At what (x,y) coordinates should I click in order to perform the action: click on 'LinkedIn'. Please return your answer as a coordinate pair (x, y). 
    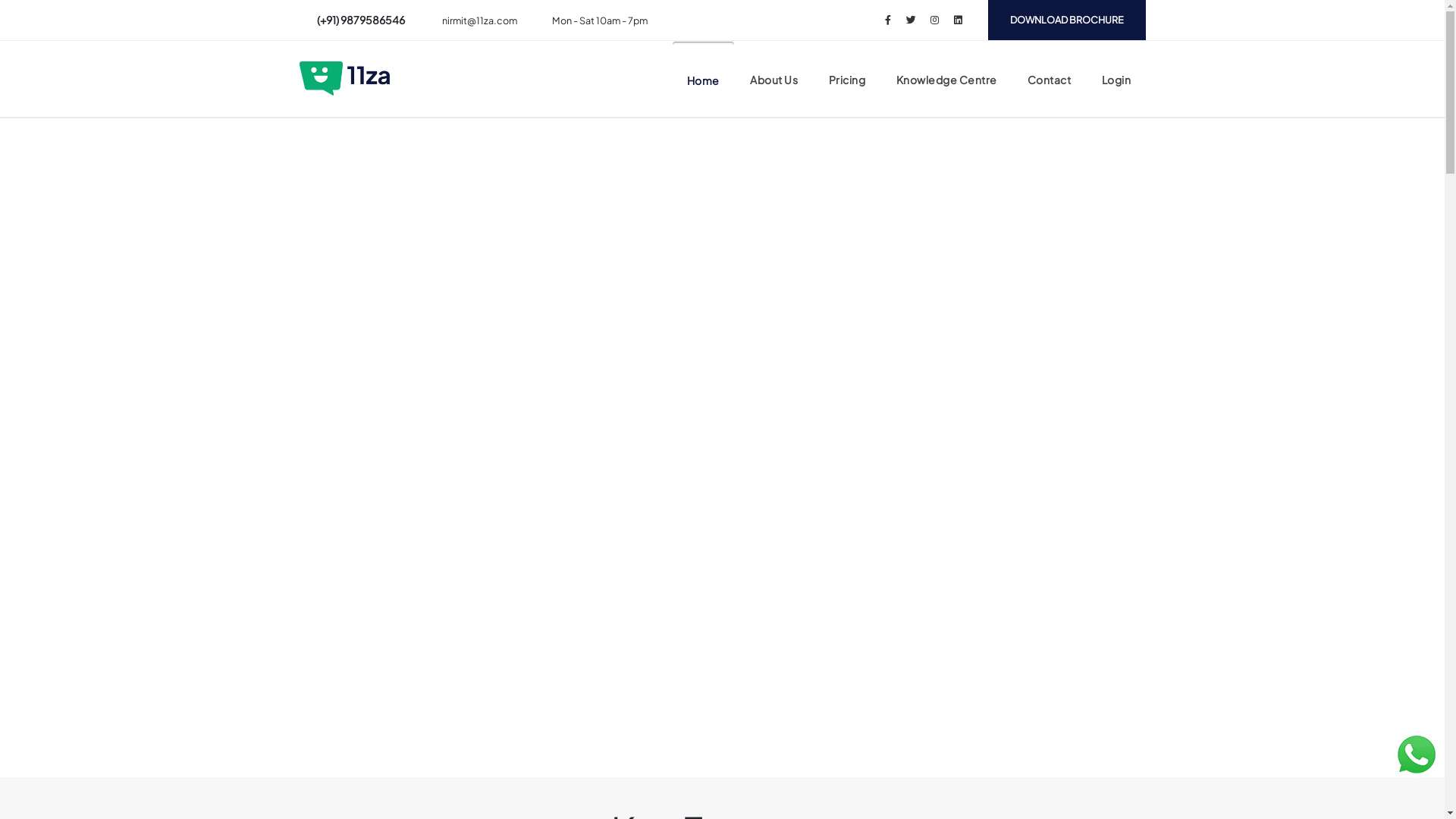
    Looking at the image, I should click on (957, 20).